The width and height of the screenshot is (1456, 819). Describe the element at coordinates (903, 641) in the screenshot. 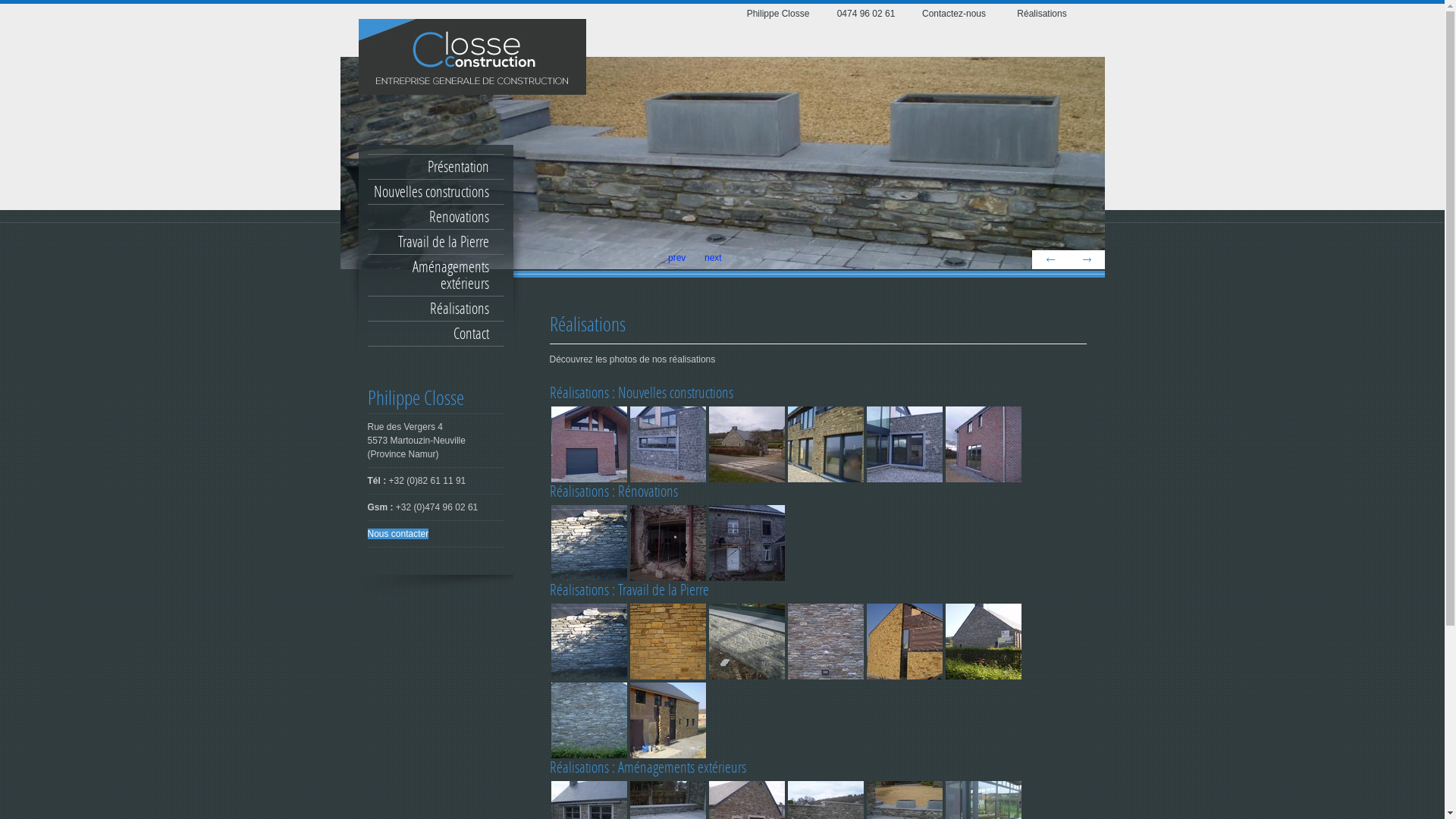

I see `'OLYMPUS DIGITAL CAMERA         '` at that location.